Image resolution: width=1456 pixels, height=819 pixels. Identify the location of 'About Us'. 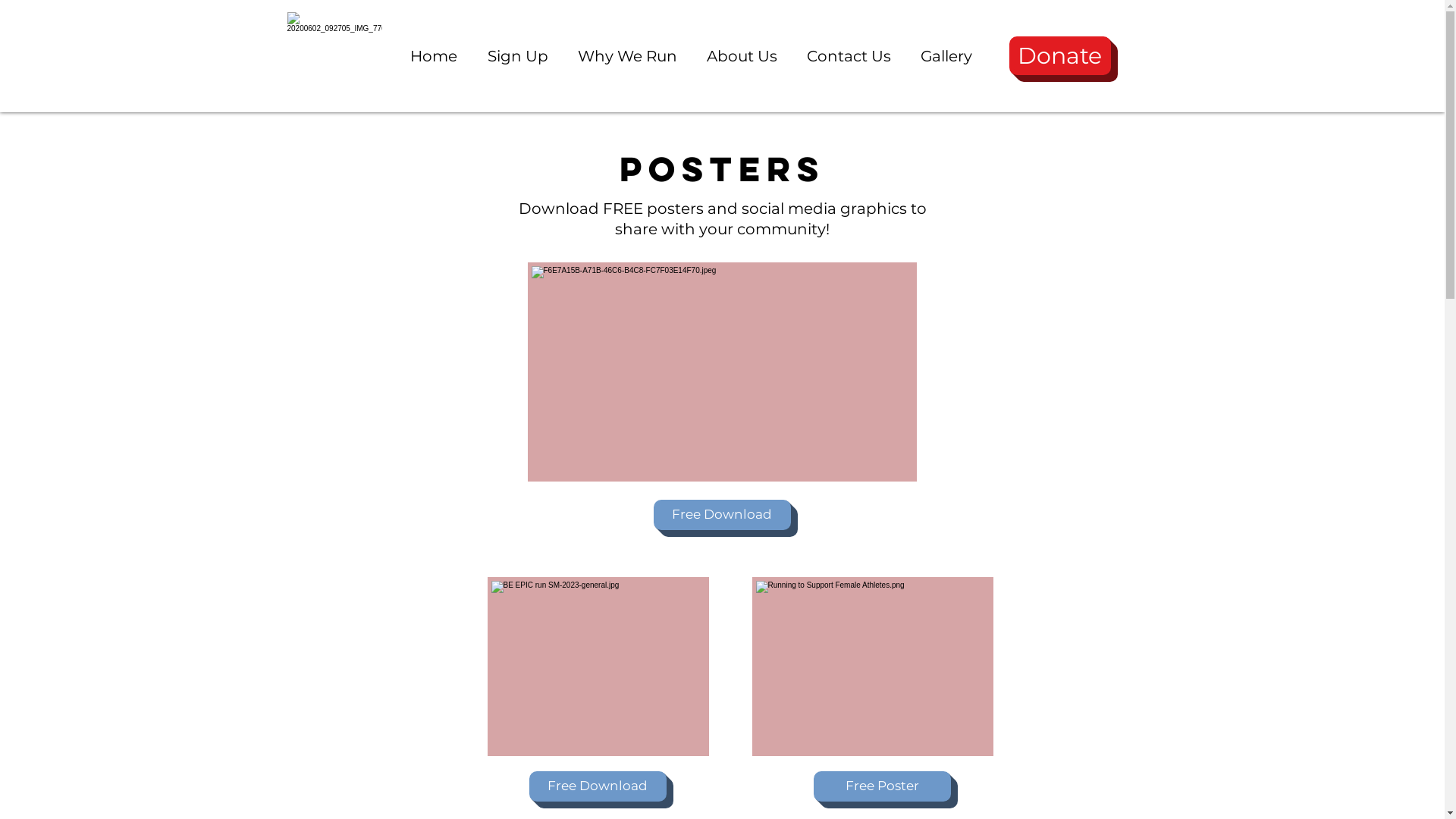
(745, 46).